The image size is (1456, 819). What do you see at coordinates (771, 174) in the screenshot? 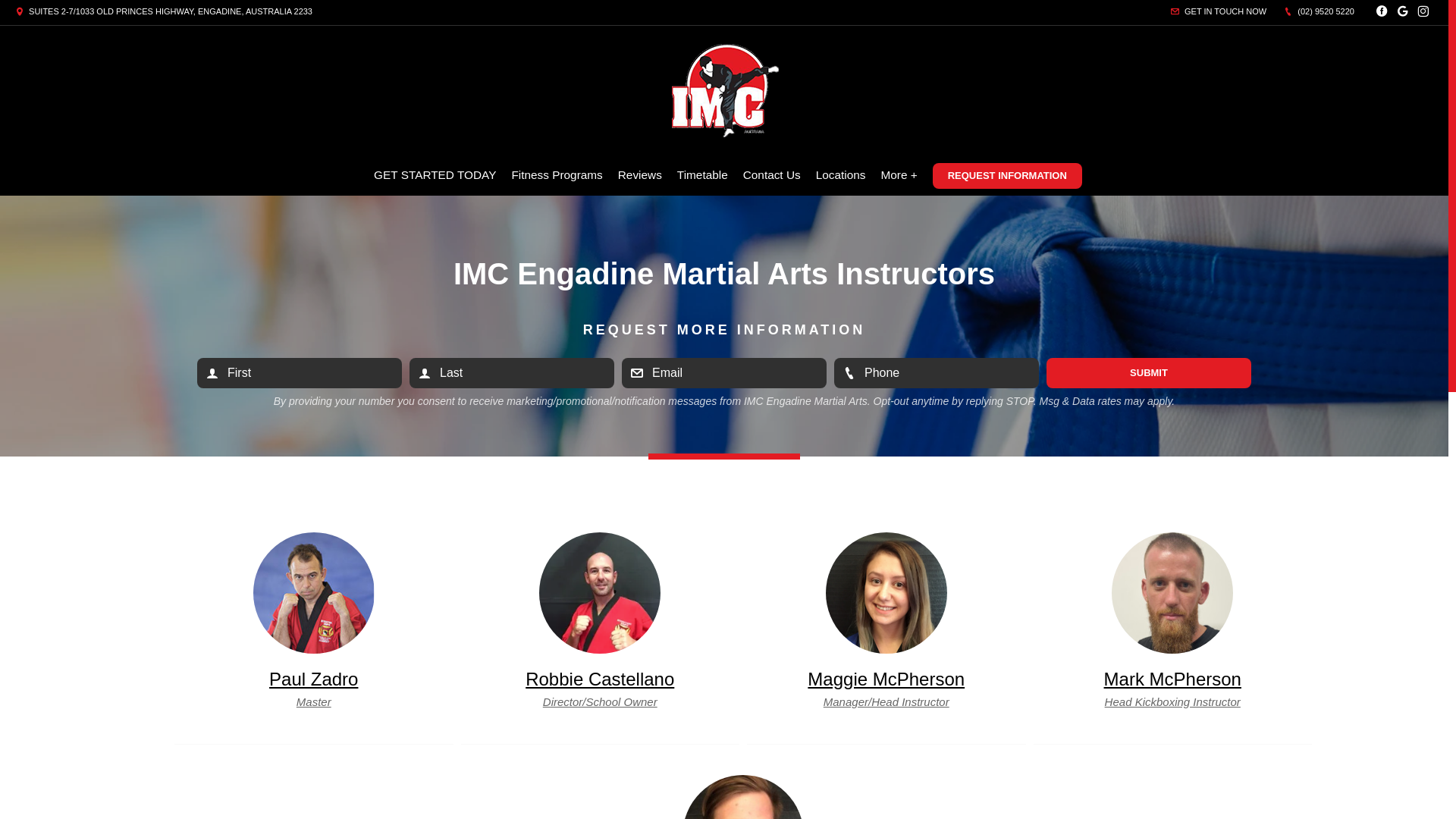
I see `'Contact Us'` at bounding box center [771, 174].